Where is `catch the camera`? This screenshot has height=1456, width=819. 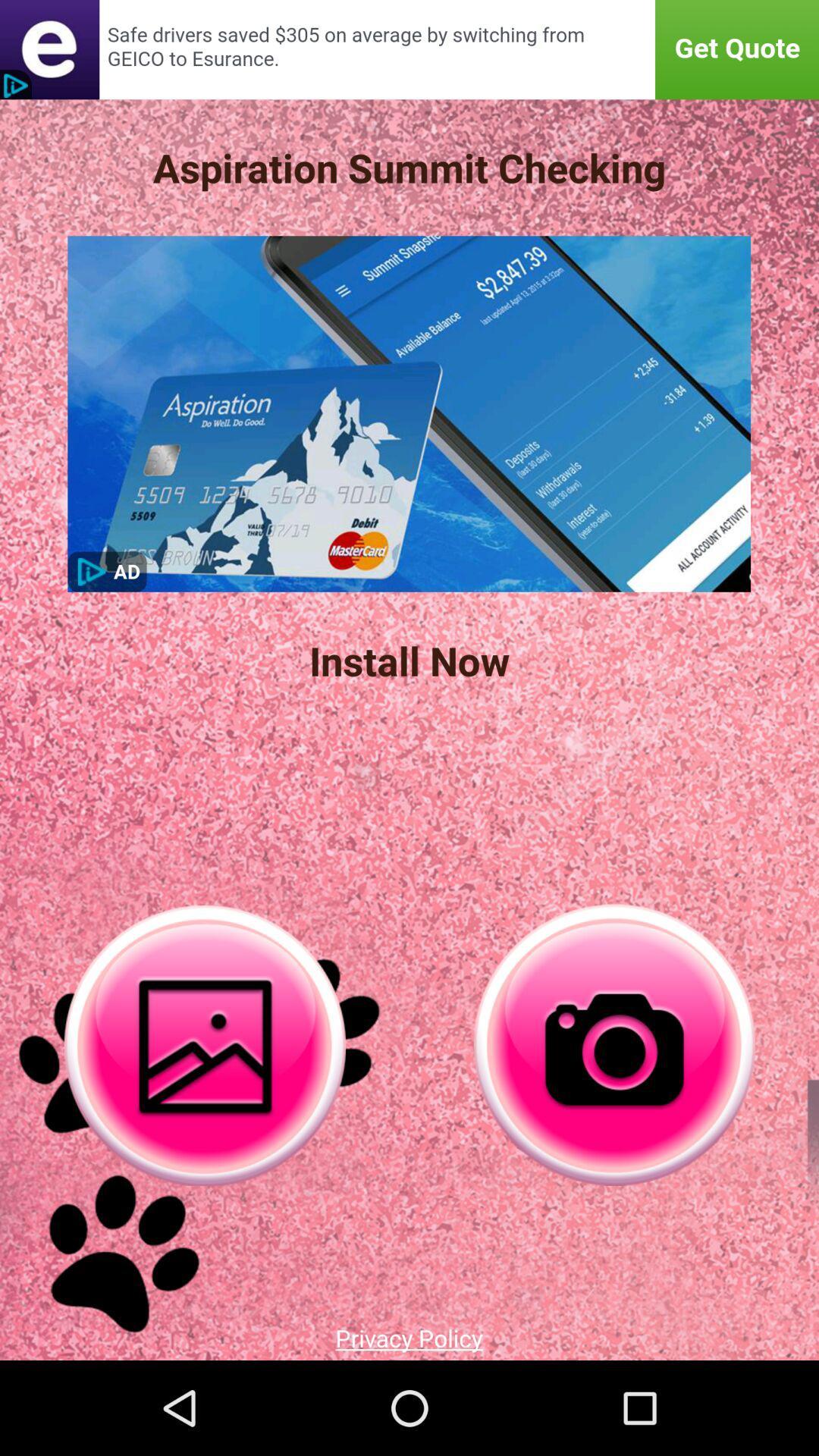
catch the camera is located at coordinates (614, 1044).